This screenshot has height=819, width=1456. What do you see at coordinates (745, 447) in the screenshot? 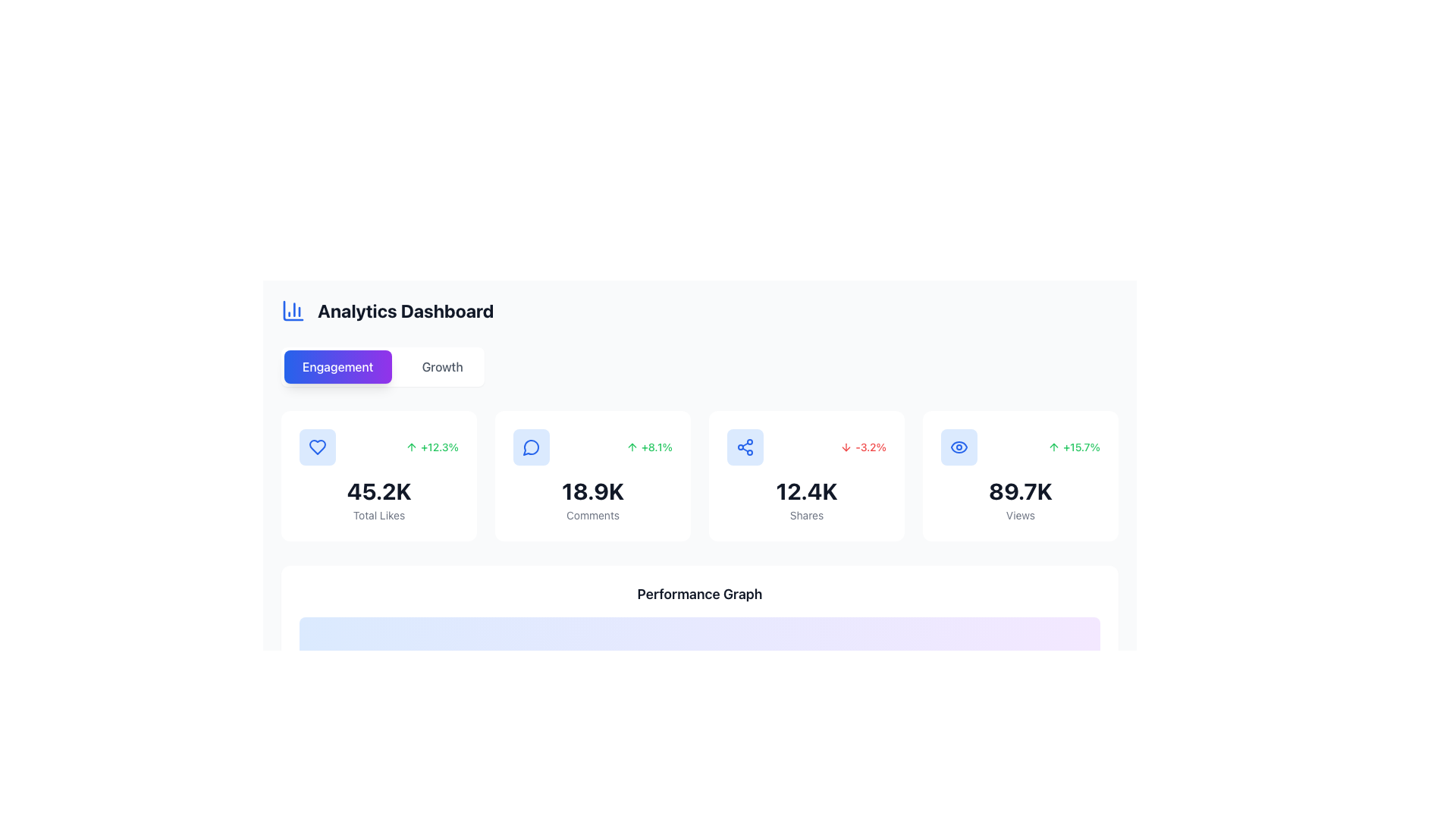
I see `the share icon located in the 'Shares' section of the dashboard, which symbolizes sharing and is positioned inside a box as part of the analytics metrics` at bounding box center [745, 447].